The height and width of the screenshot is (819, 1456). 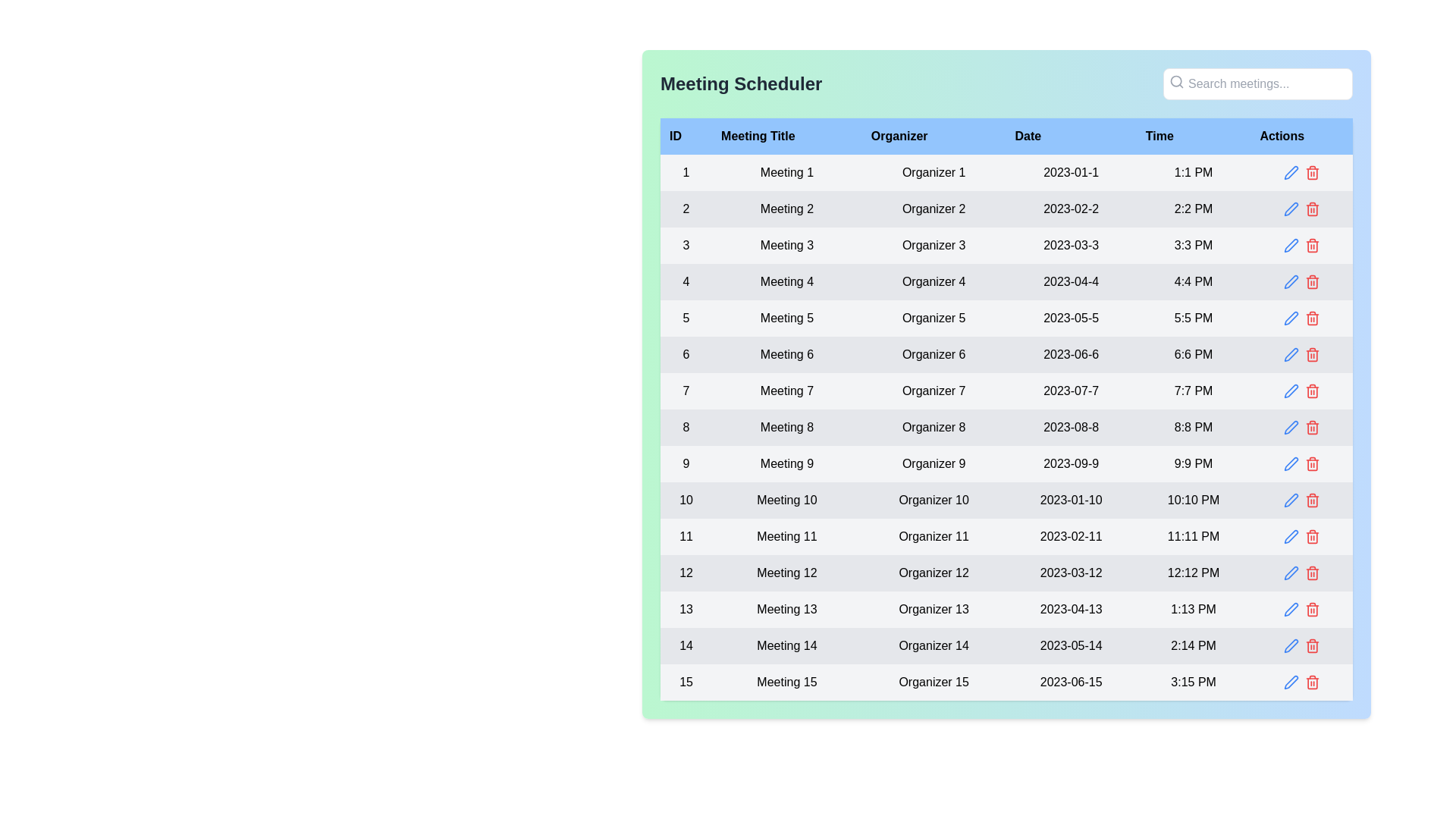 What do you see at coordinates (1193, 536) in the screenshot?
I see `the Text Label in the 'Time' column of the eleventh row, which represents the scheduled time for 'Meeting 11' on '2023-02-11' organized by 'Organizer 11'` at bounding box center [1193, 536].